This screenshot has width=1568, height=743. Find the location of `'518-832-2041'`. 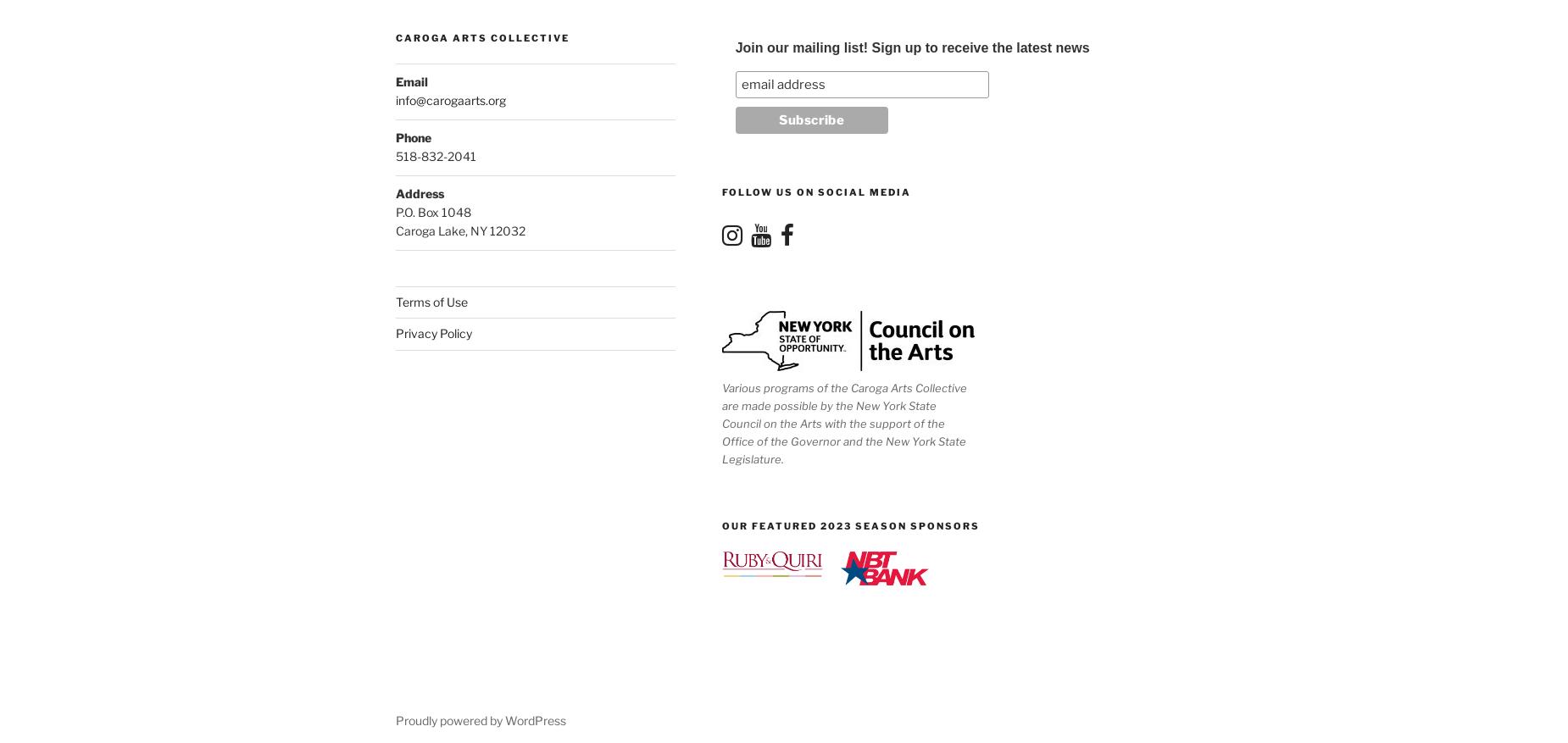

'518-832-2041' is located at coordinates (395, 156).